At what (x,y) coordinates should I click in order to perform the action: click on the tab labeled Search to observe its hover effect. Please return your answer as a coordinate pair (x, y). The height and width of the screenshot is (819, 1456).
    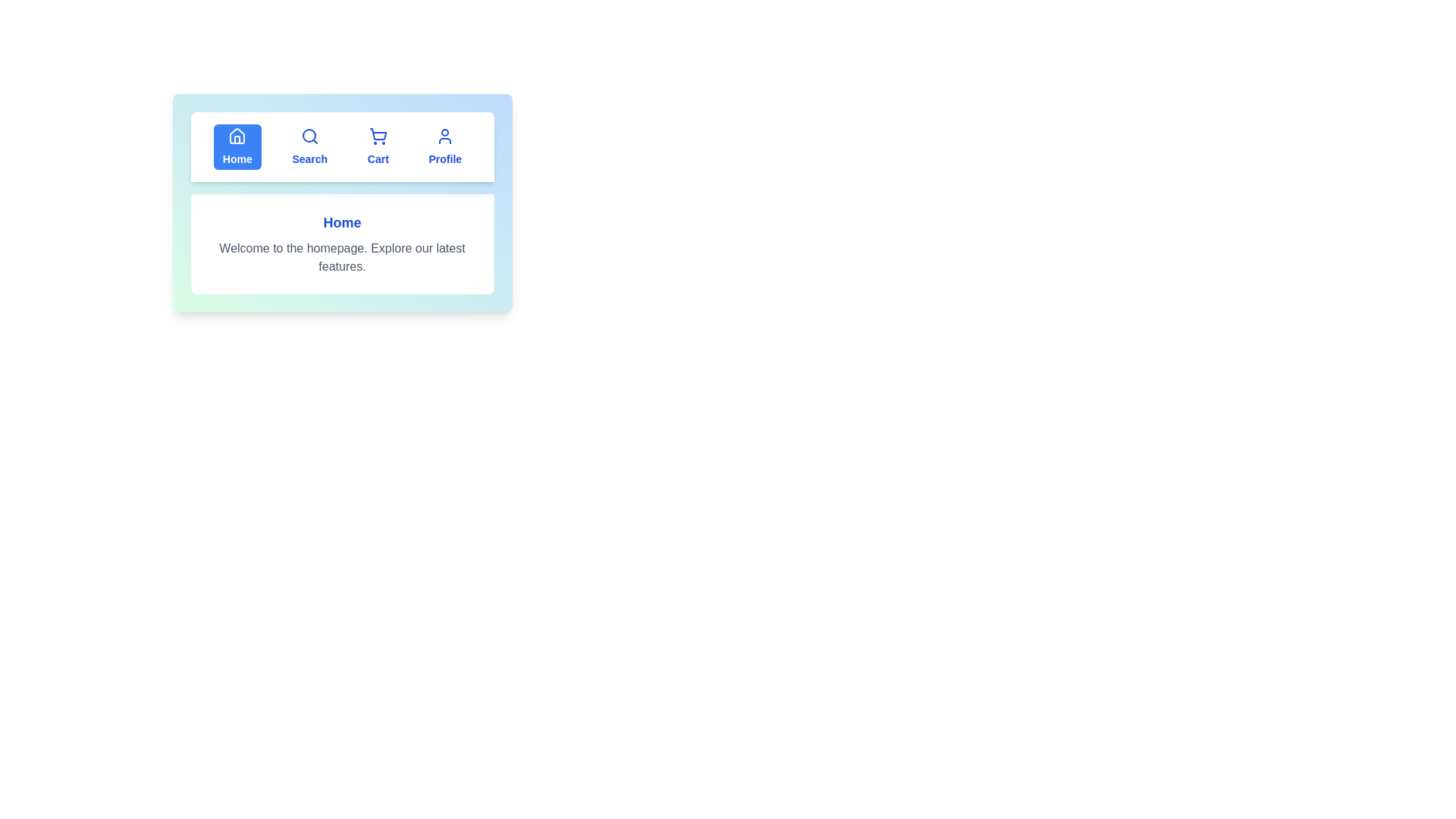
    Looking at the image, I should click on (309, 146).